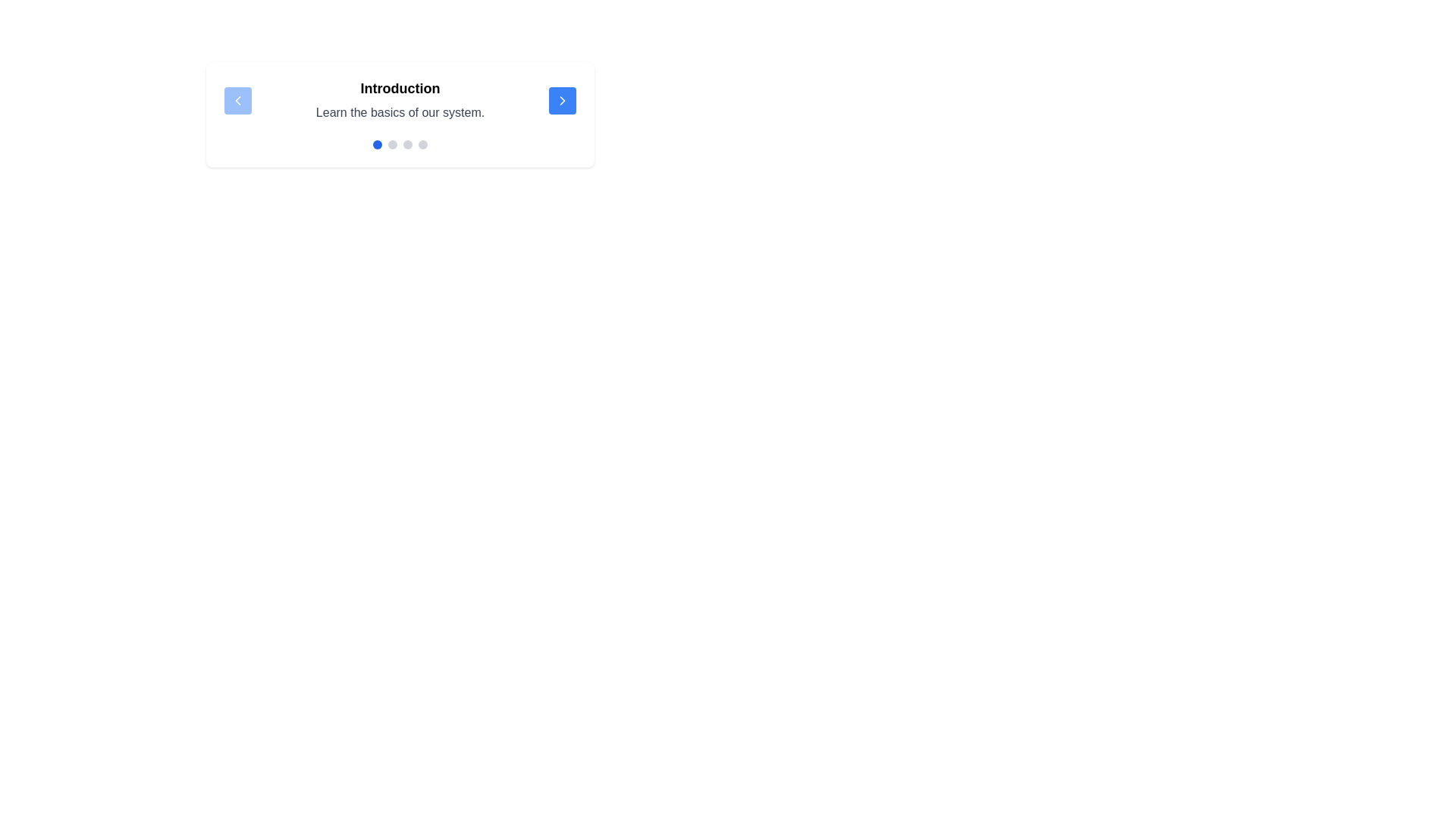 The image size is (1456, 819). I want to click on the small right-facing arrow icon embedded in a rounded rectangle button on the right side of the 'Introduction' card, so click(562, 100).